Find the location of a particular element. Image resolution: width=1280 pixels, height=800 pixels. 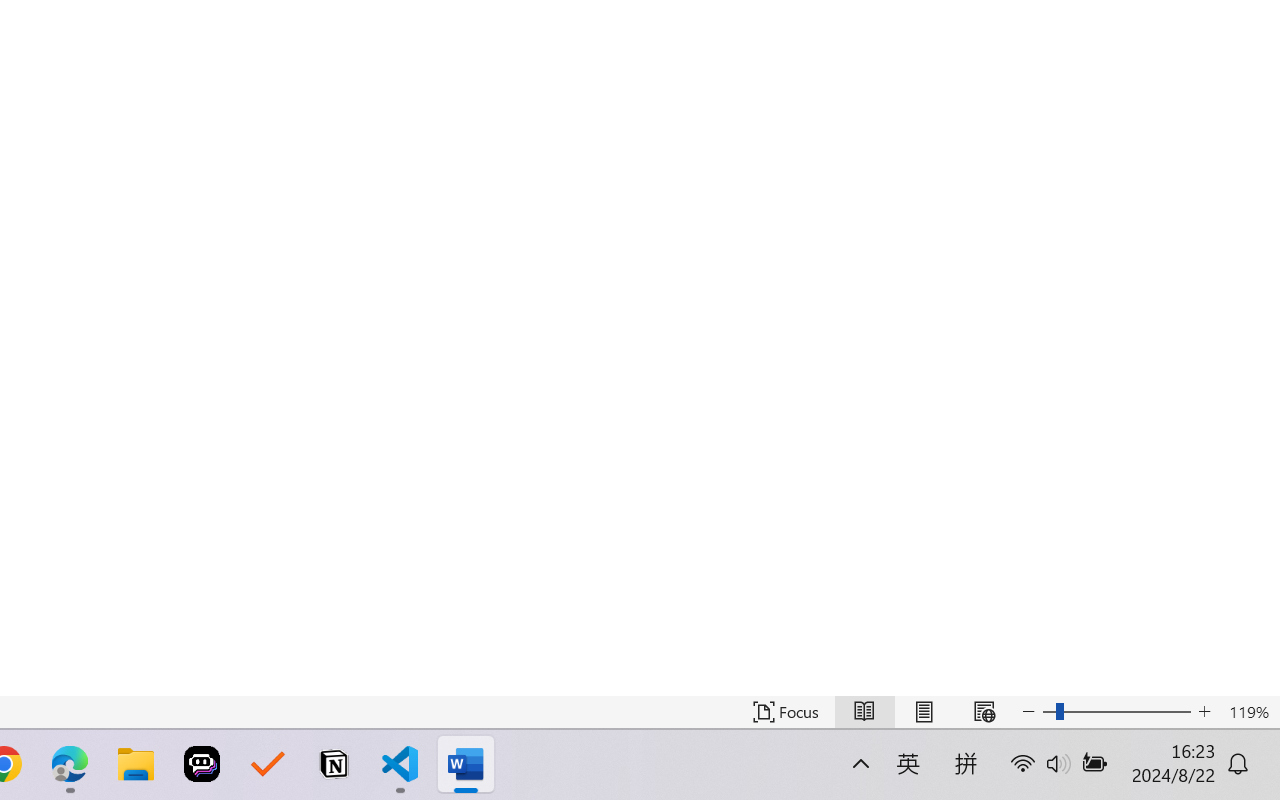

'Text Size' is located at coordinates (1115, 711).